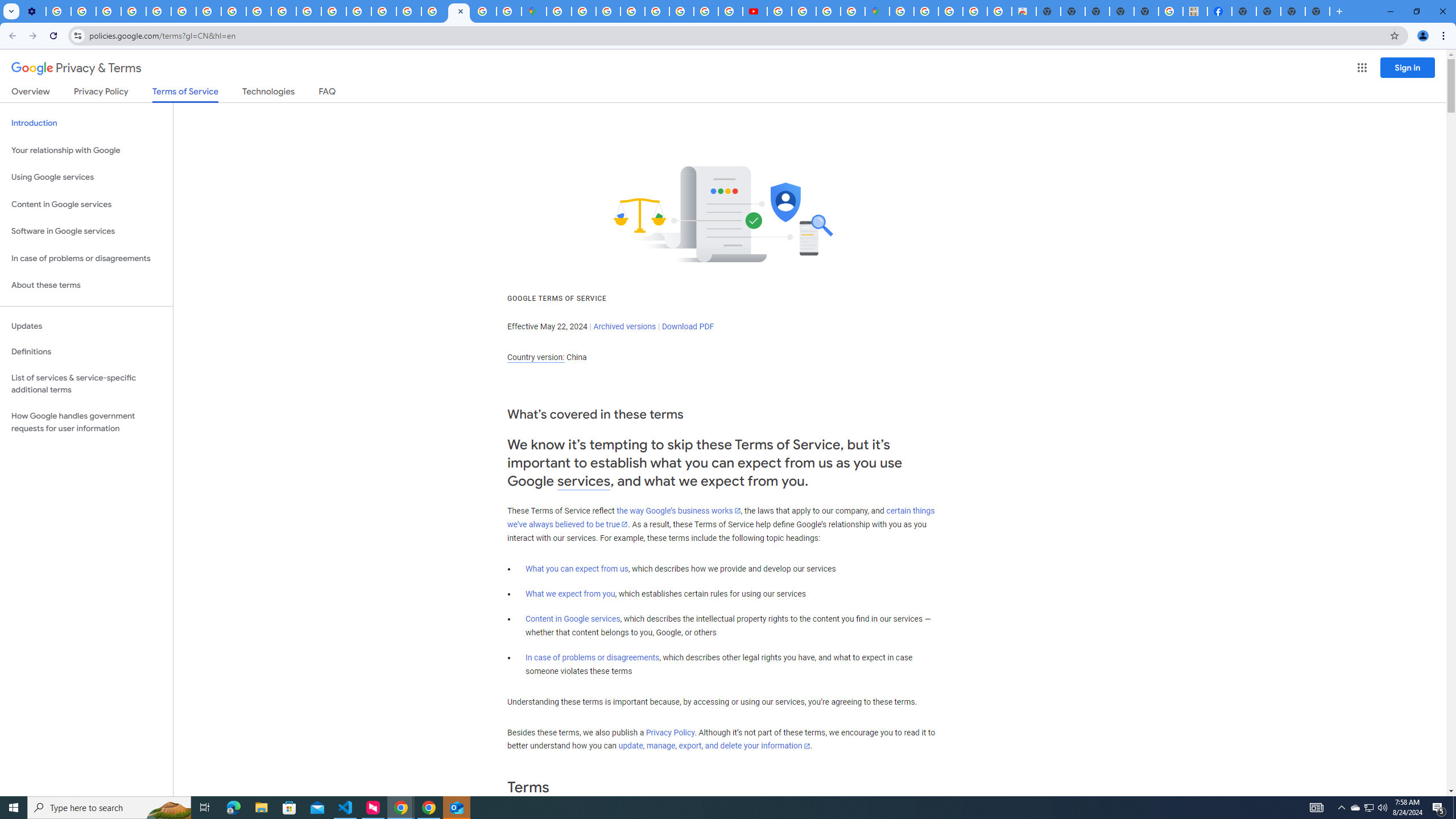 Image resolution: width=1456 pixels, height=819 pixels. What do you see at coordinates (584, 481) in the screenshot?
I see `'services'` at bounding box center [584, 481].